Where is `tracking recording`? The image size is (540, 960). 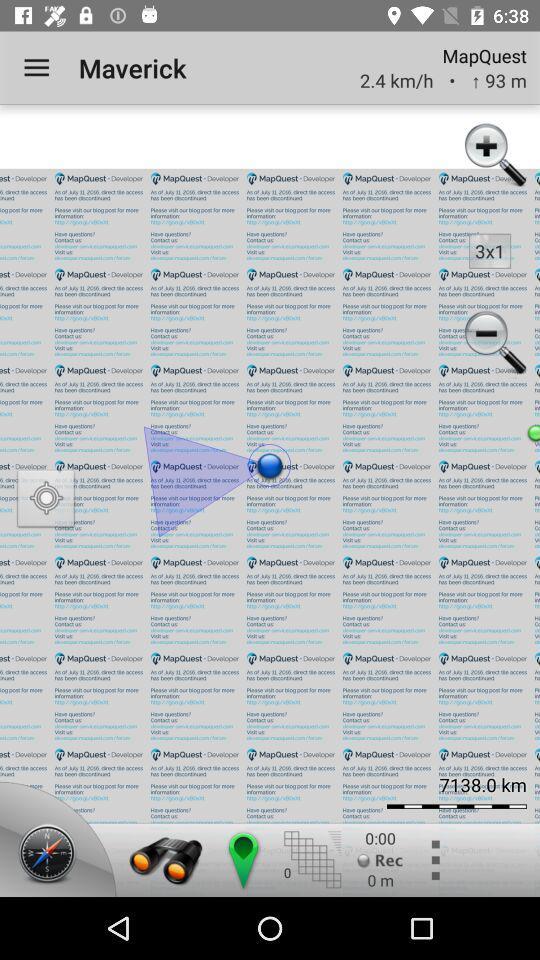
tracking recording is located at coordinates (380, 859).